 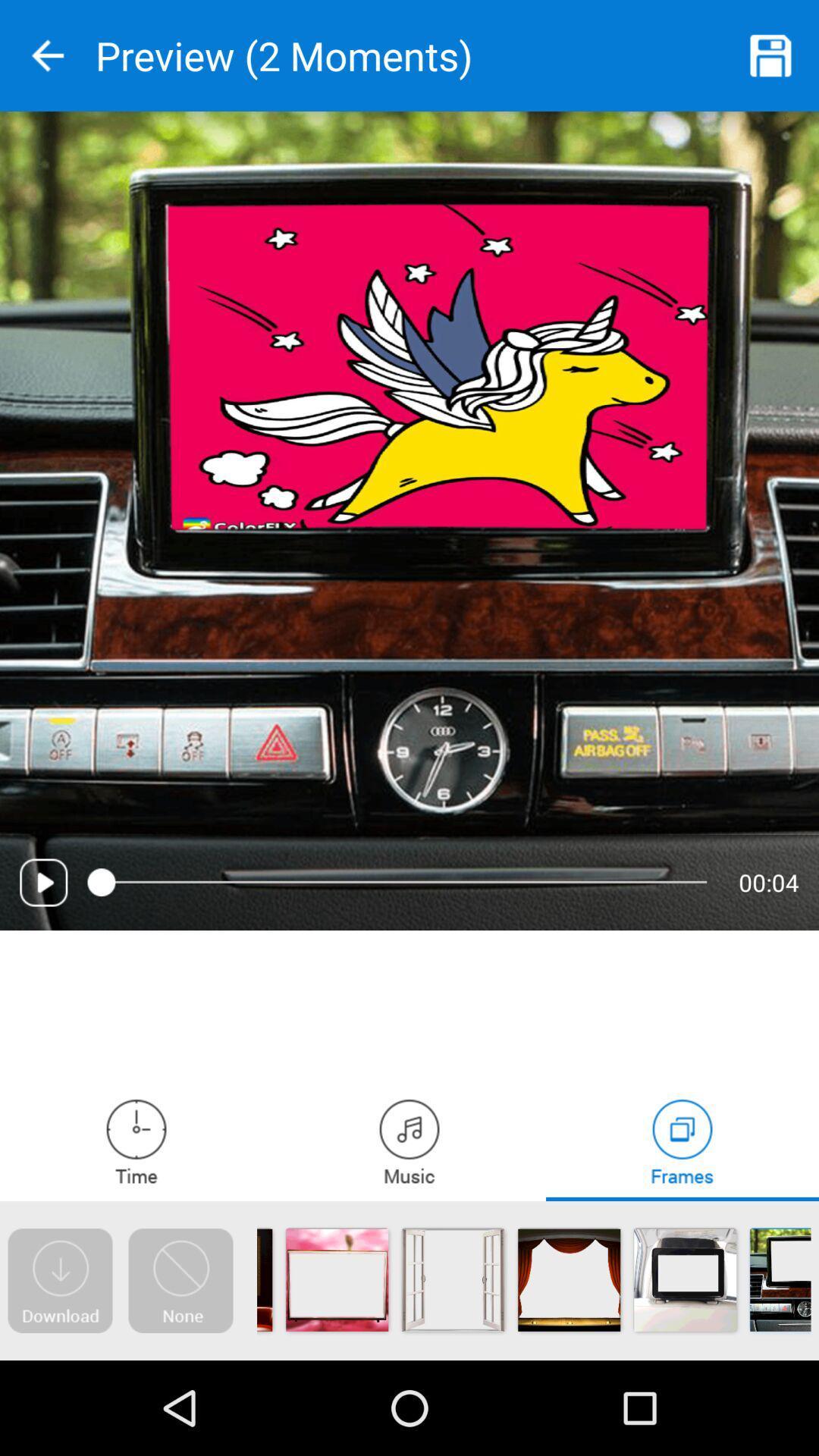 What do you see at coordinates (42, 882) in the screenshot?
I see `the audio` at bounding box center [42, 882].